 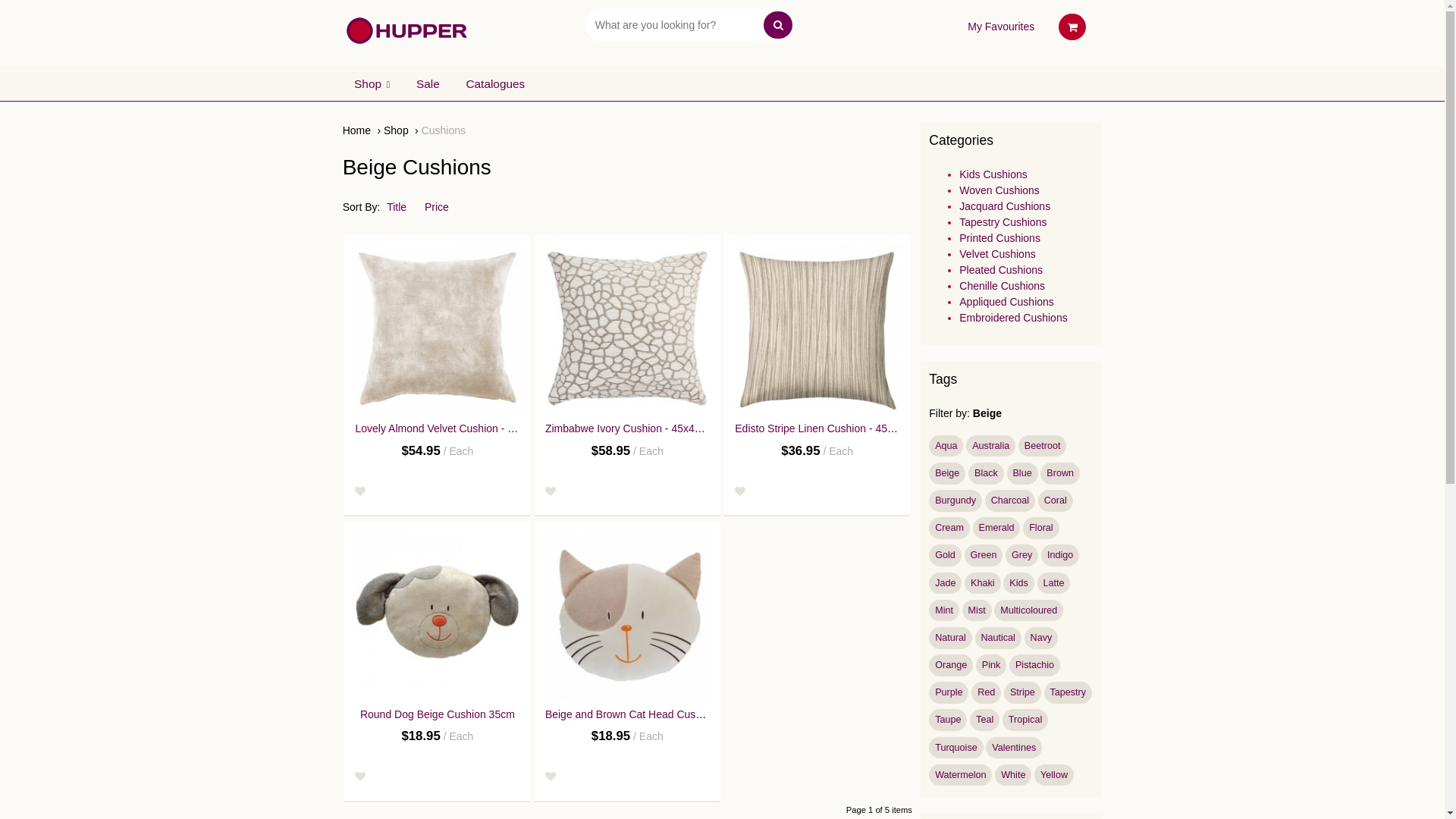 What do you see at coordinates (948, 692) in the screenshot?
I see `'Purple'` at bounding box center [948, 692].